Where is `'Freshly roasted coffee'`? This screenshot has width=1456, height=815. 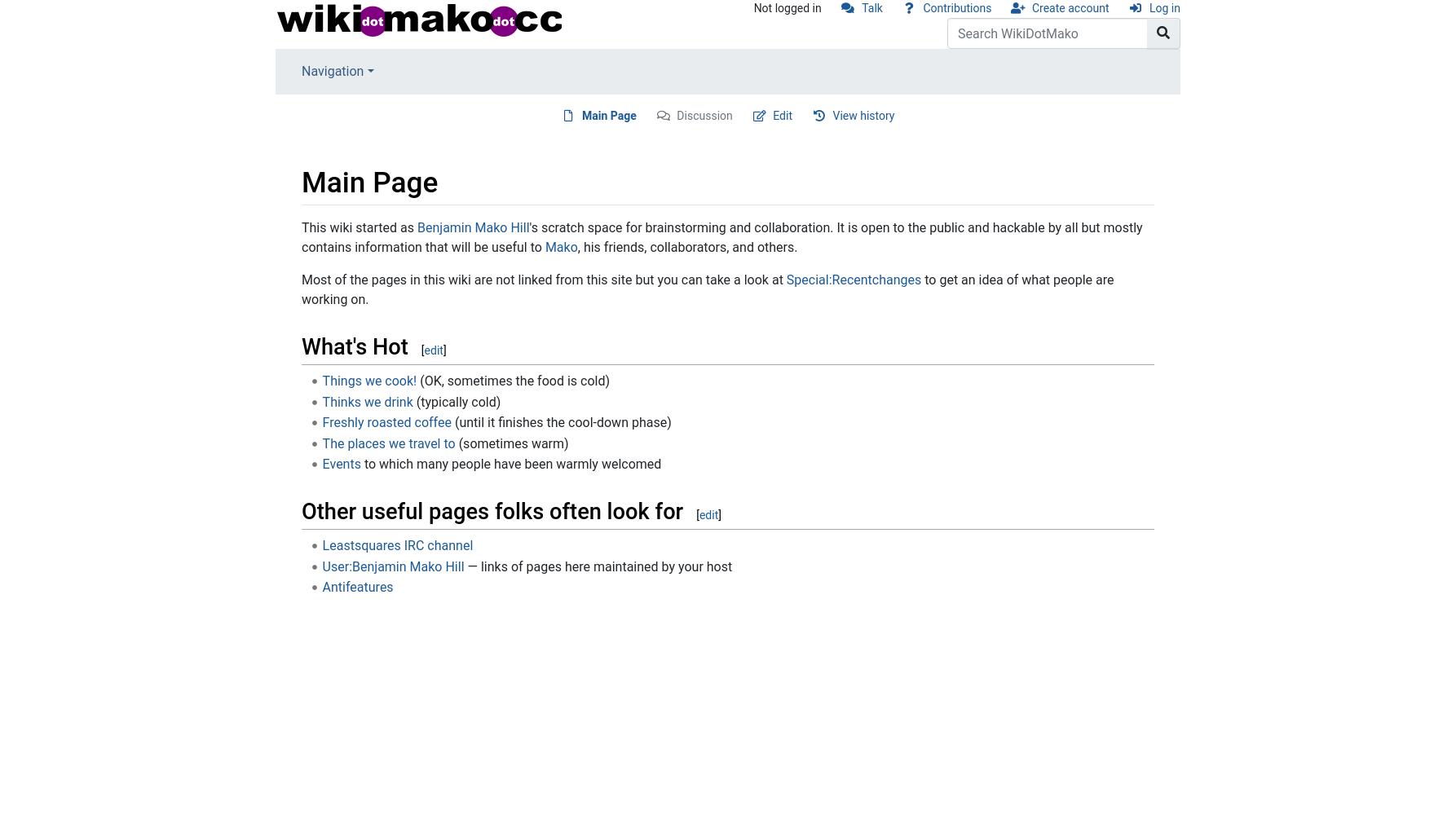
'Freshly roasted coffee' is located at coordinates (386, 422).